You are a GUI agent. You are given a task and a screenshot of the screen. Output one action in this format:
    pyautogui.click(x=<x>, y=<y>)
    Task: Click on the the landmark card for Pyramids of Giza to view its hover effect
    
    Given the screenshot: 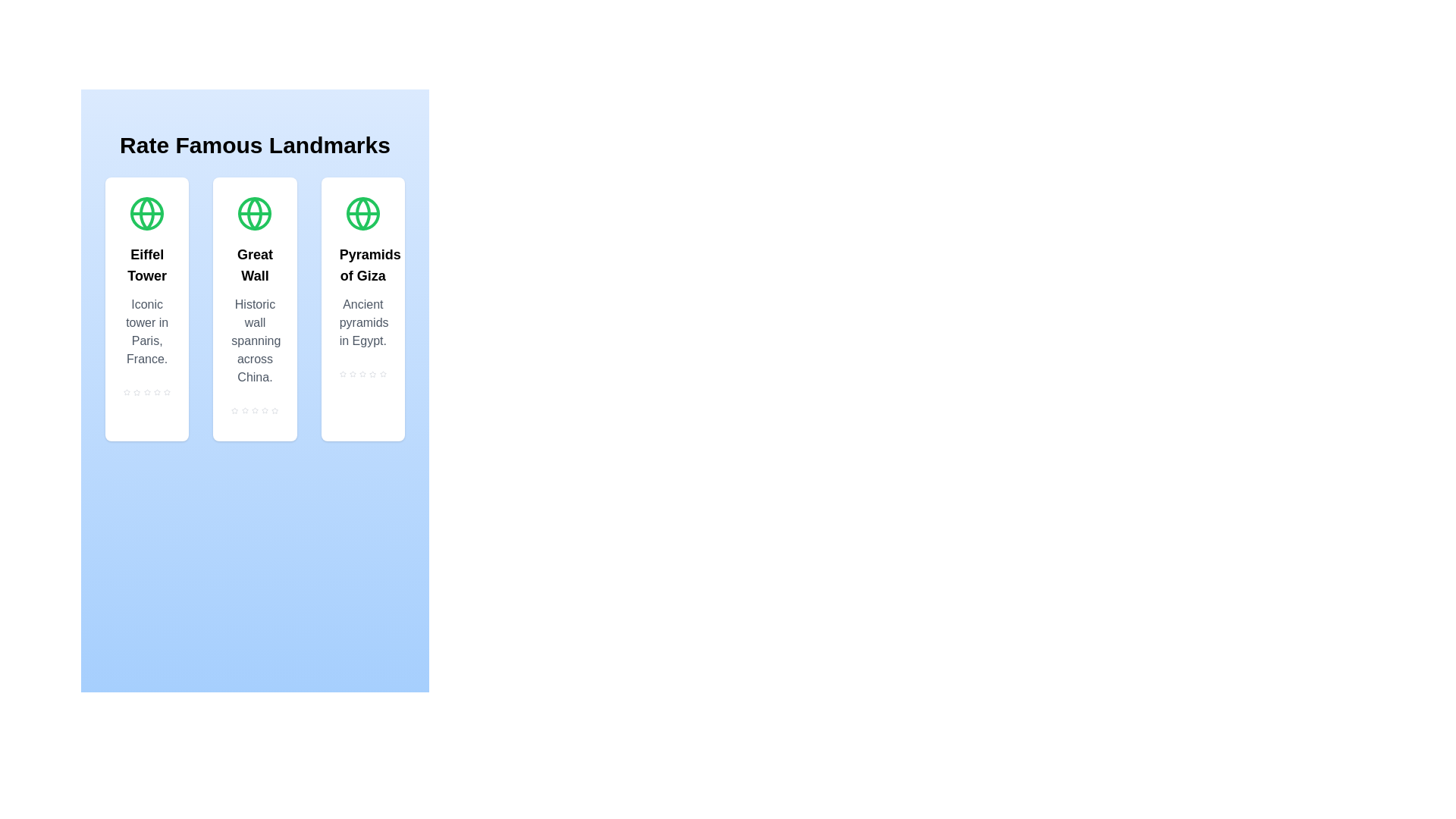 What is the action you would take?
    pyautogui.click(x=362, y=309)
    